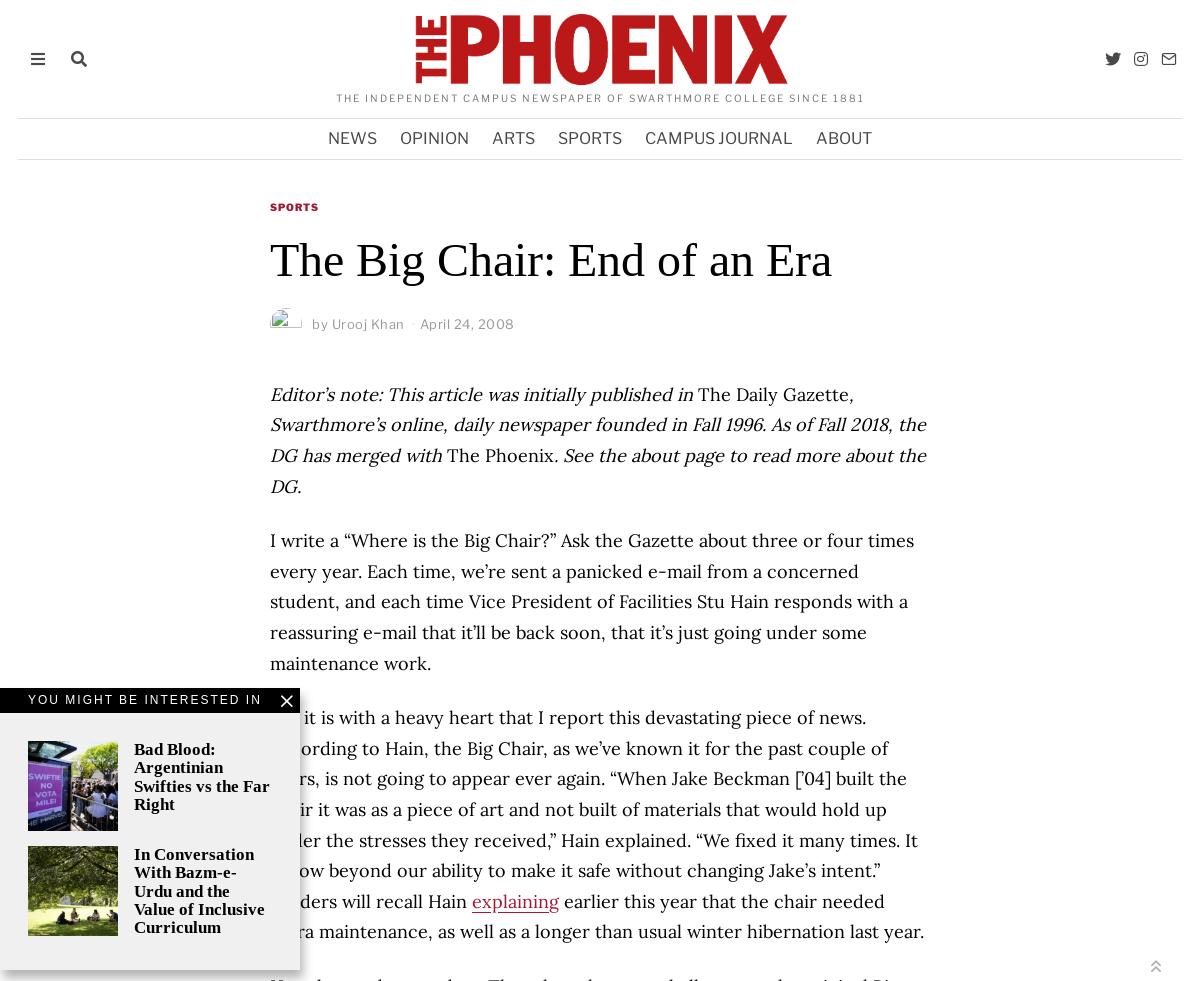 The image size is (1200, 981). Describe the element at coordinates (269, 469) in the screenshot. I see `'. See the about page to read more about the DG.'` at that location.